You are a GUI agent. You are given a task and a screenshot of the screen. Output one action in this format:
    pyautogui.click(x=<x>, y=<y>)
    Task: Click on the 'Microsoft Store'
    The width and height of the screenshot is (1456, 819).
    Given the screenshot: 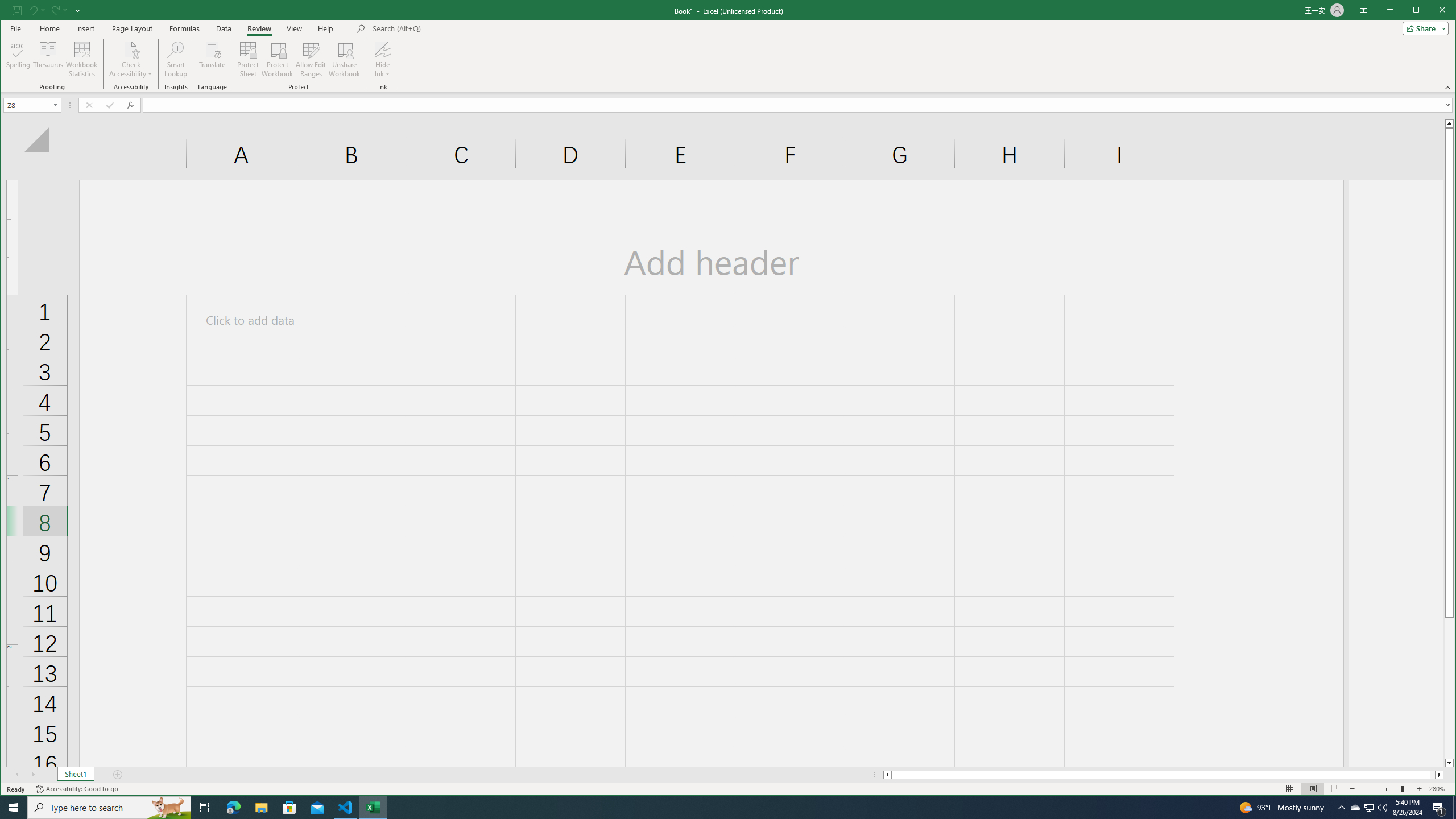 What is the action you would take?
    pyautogui.click(x=289, y=806)
    